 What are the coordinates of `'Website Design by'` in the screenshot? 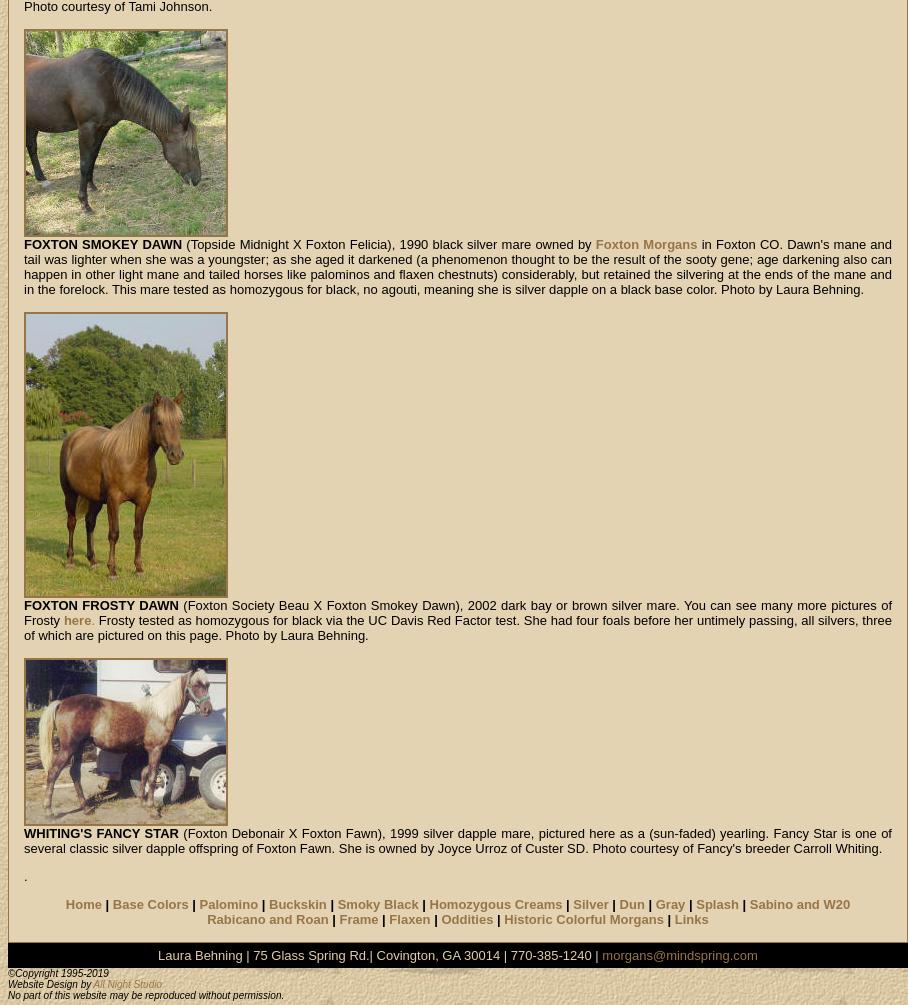 It's located at (6, 983).